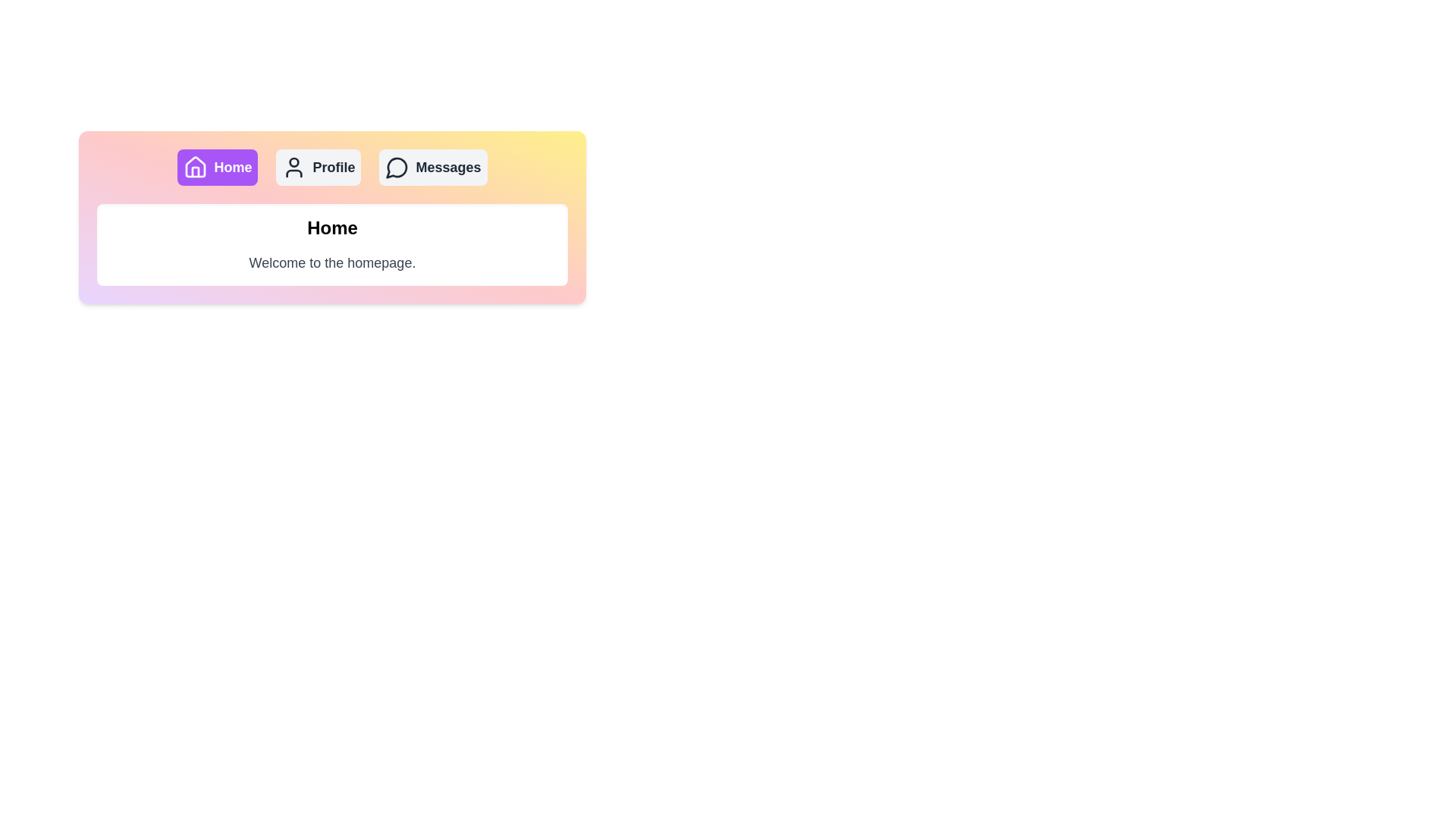 This screenshot has height=819, width=1456. Describe the element at coordinates (432, 167) in the screenshot. I see `the tab Messages to observe its hover effect` at that location.